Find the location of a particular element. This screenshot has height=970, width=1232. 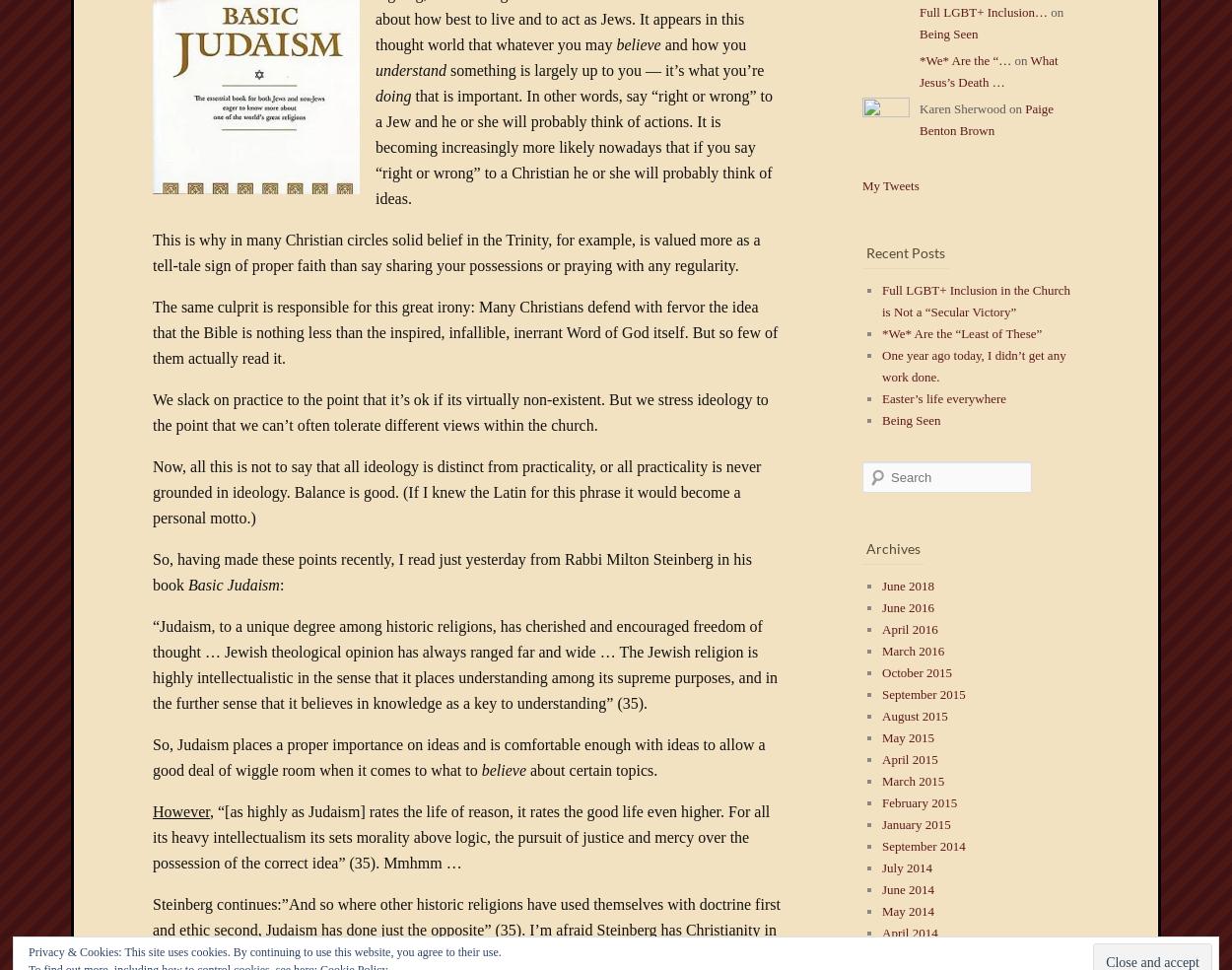

'The same culprit is responsible for this great irony: Many Christians defend with fervor the idea that the Bible is nothing less than the inspired, infallible, inerrant Word of God itself. But so few of them actually read it.' is located at coordinates (464, 331).